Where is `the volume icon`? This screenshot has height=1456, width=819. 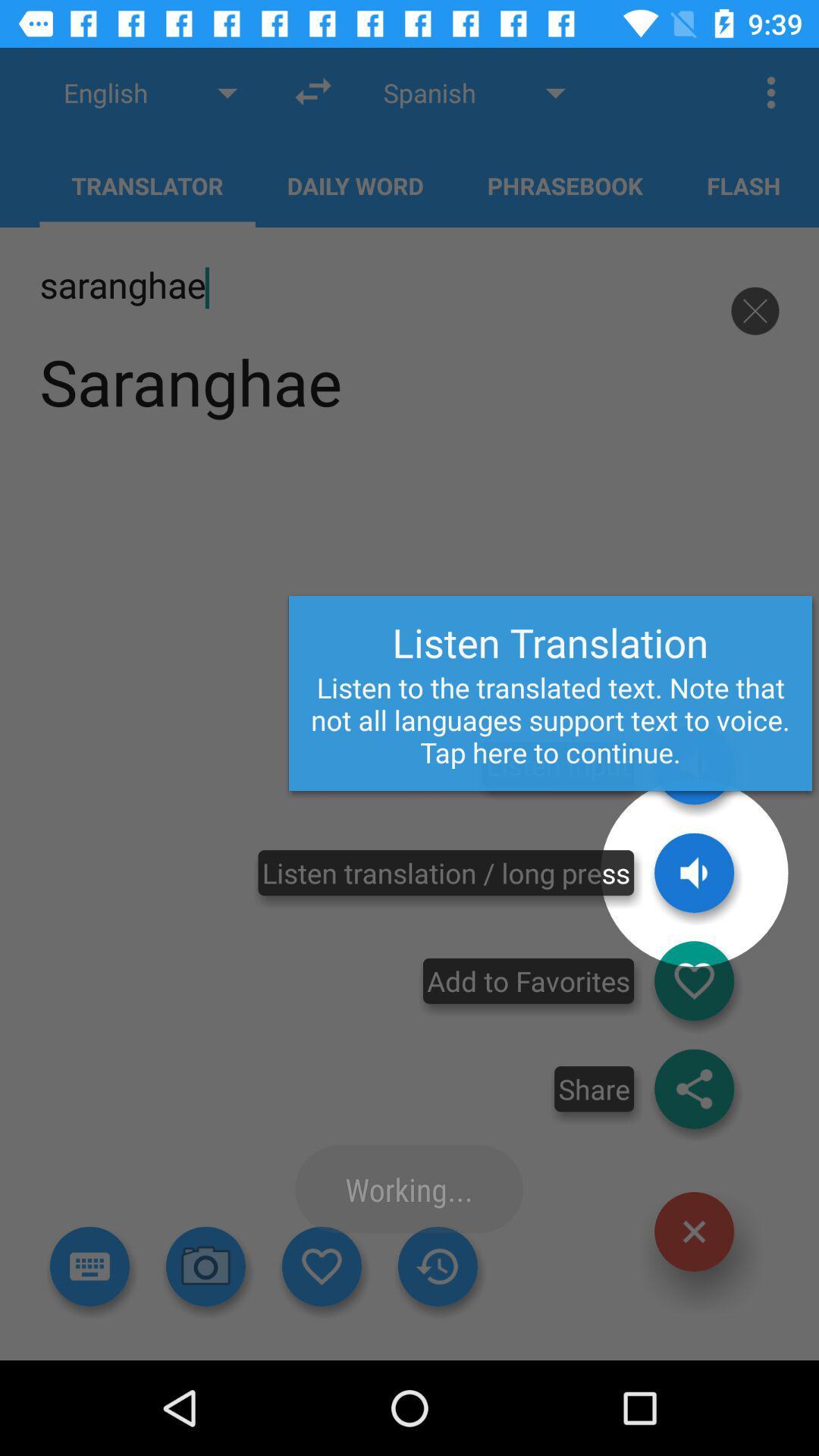 the volume icon is located at coordinates (694, 873).